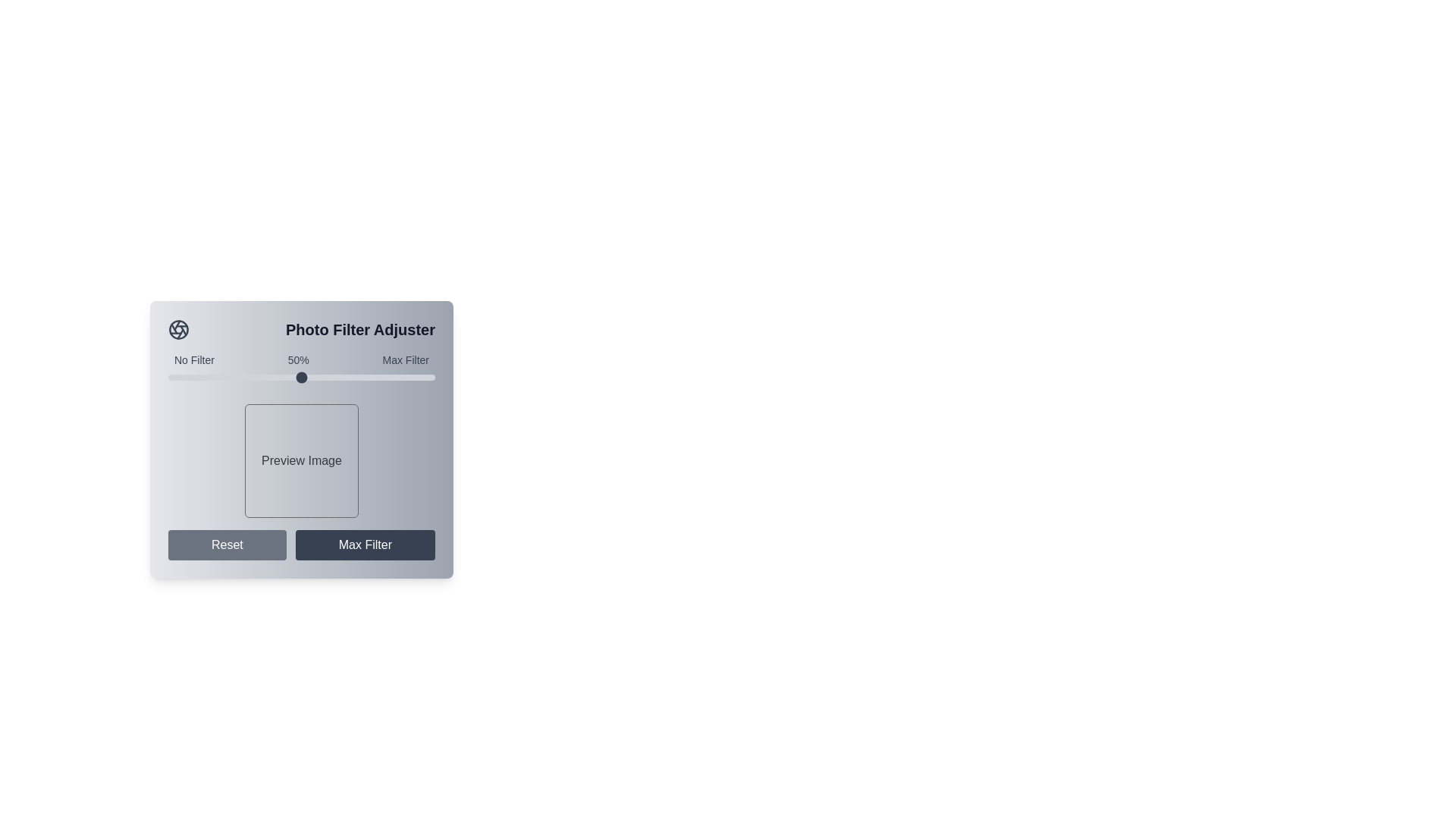 The width and height of the screenshot is (1456, 819). Describe the element at coordinates (359, 329) in the screenshot. I see `the text label that reads 'Photo Filter Adjuster', which is styled in bold and colored dark gray, located at the top section of the interface` at that location.